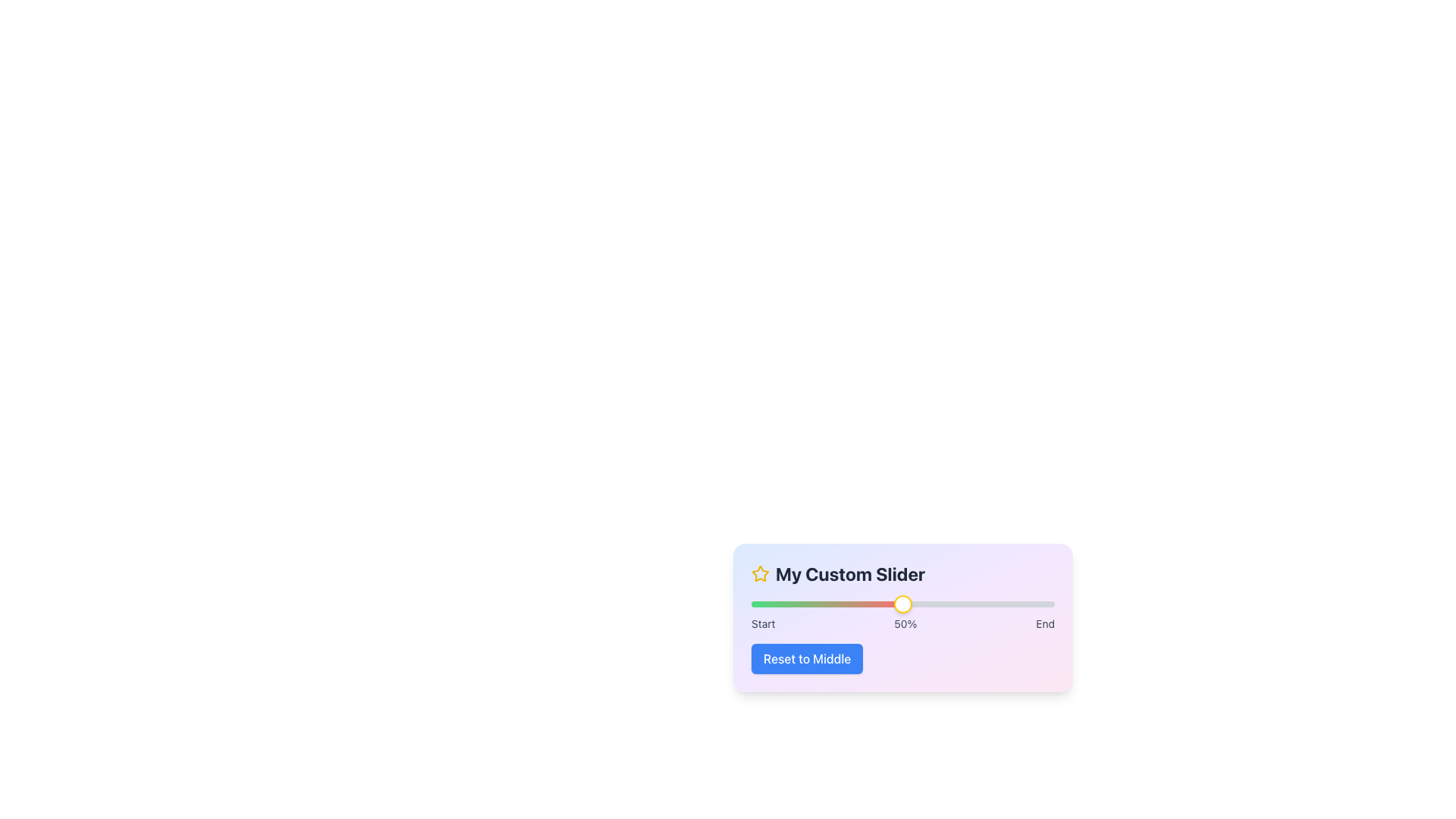 This screenshot has width=1456, height=819. I want to click on the slider, so click(808, 604).